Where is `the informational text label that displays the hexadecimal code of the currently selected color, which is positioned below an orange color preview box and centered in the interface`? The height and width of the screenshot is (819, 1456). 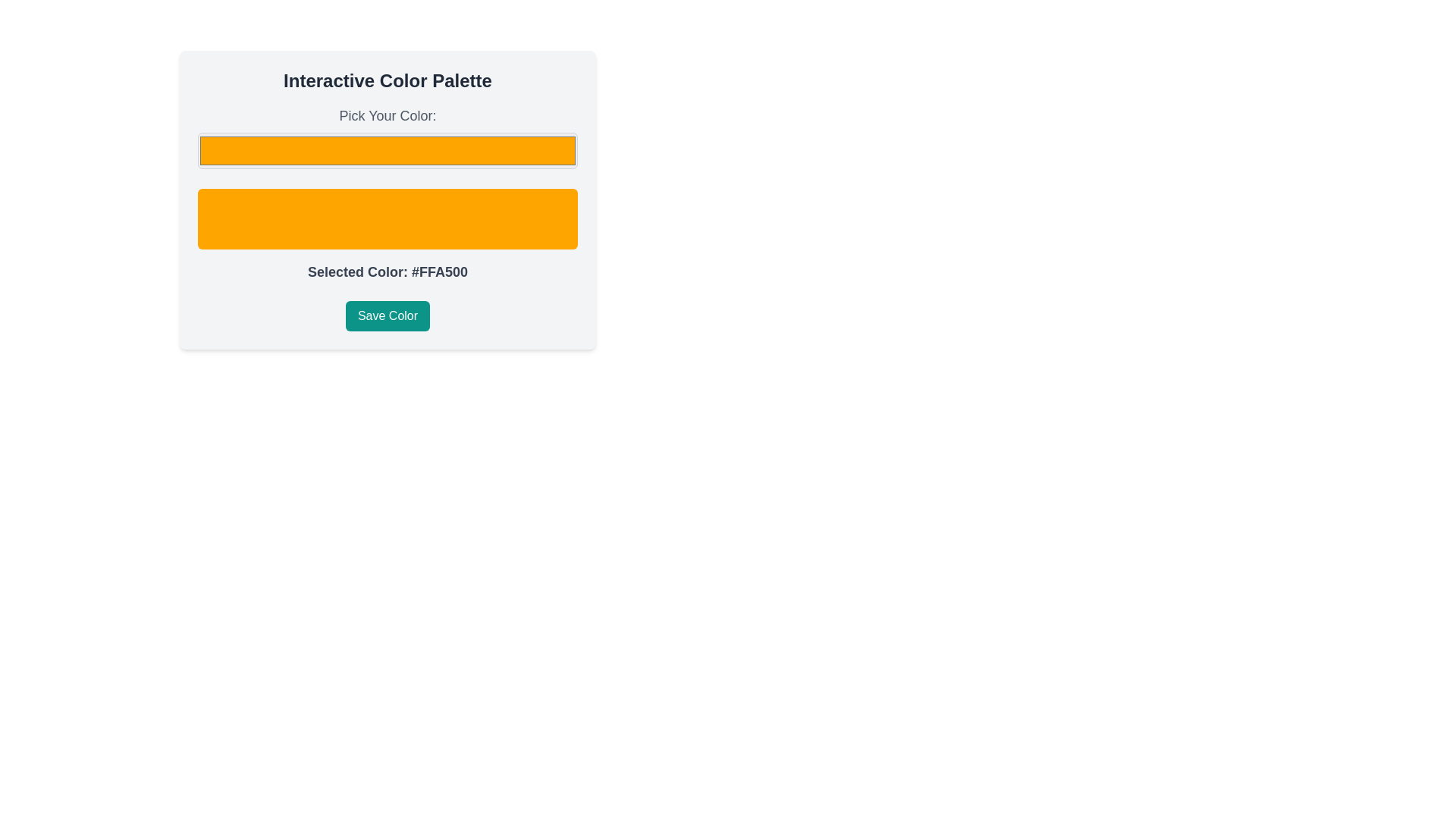 the informational text label that displays the hexadecimal code of the currently selected color, which is positioned below an orange color preview box and centered in the interface is located at coordinates (388, 271).